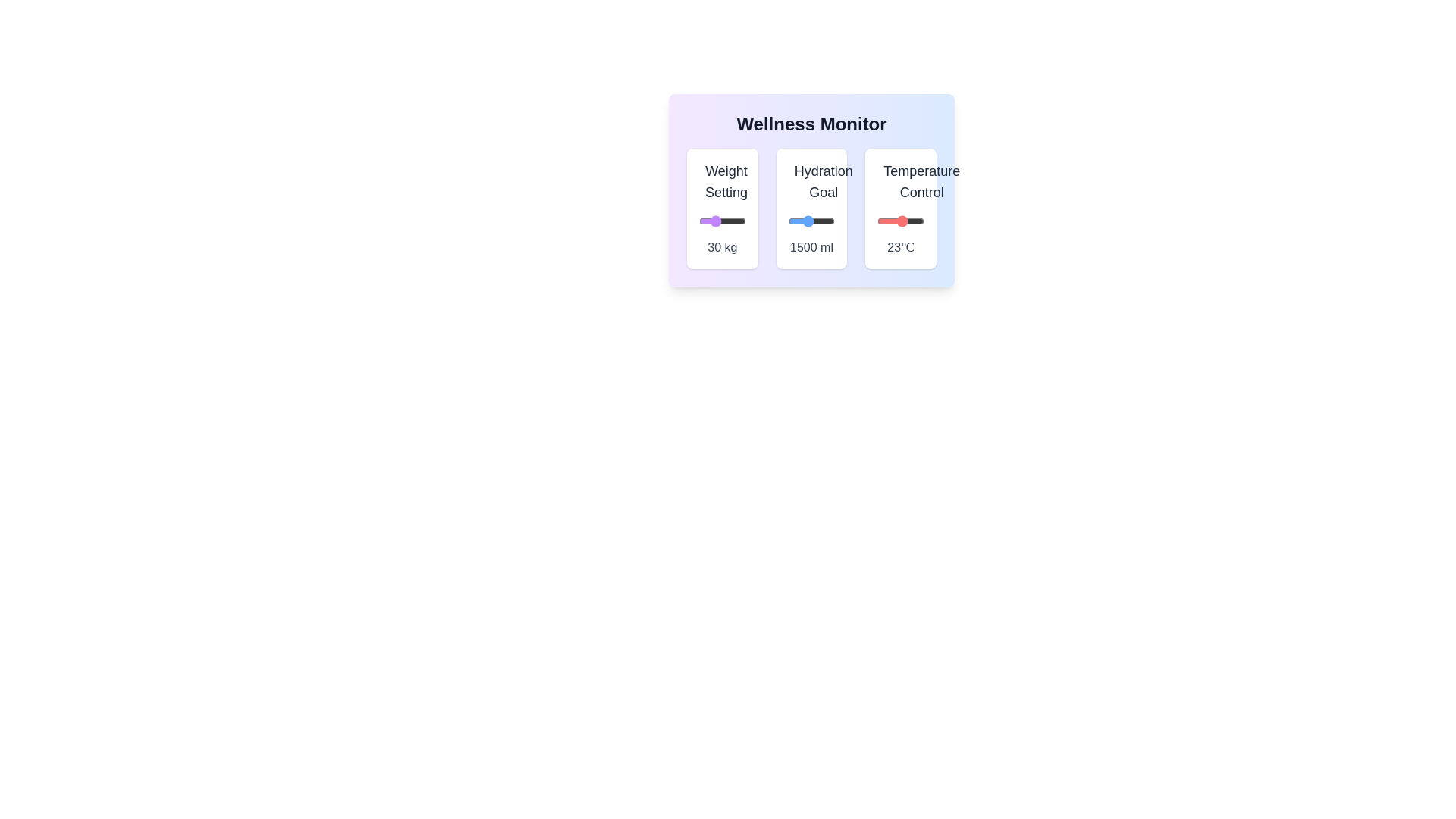 Image resolution: width=1456 pixels, height=819 pixels. Describe the element at coordinates (708, 221) in the screenshot. I see `weight` at that location.